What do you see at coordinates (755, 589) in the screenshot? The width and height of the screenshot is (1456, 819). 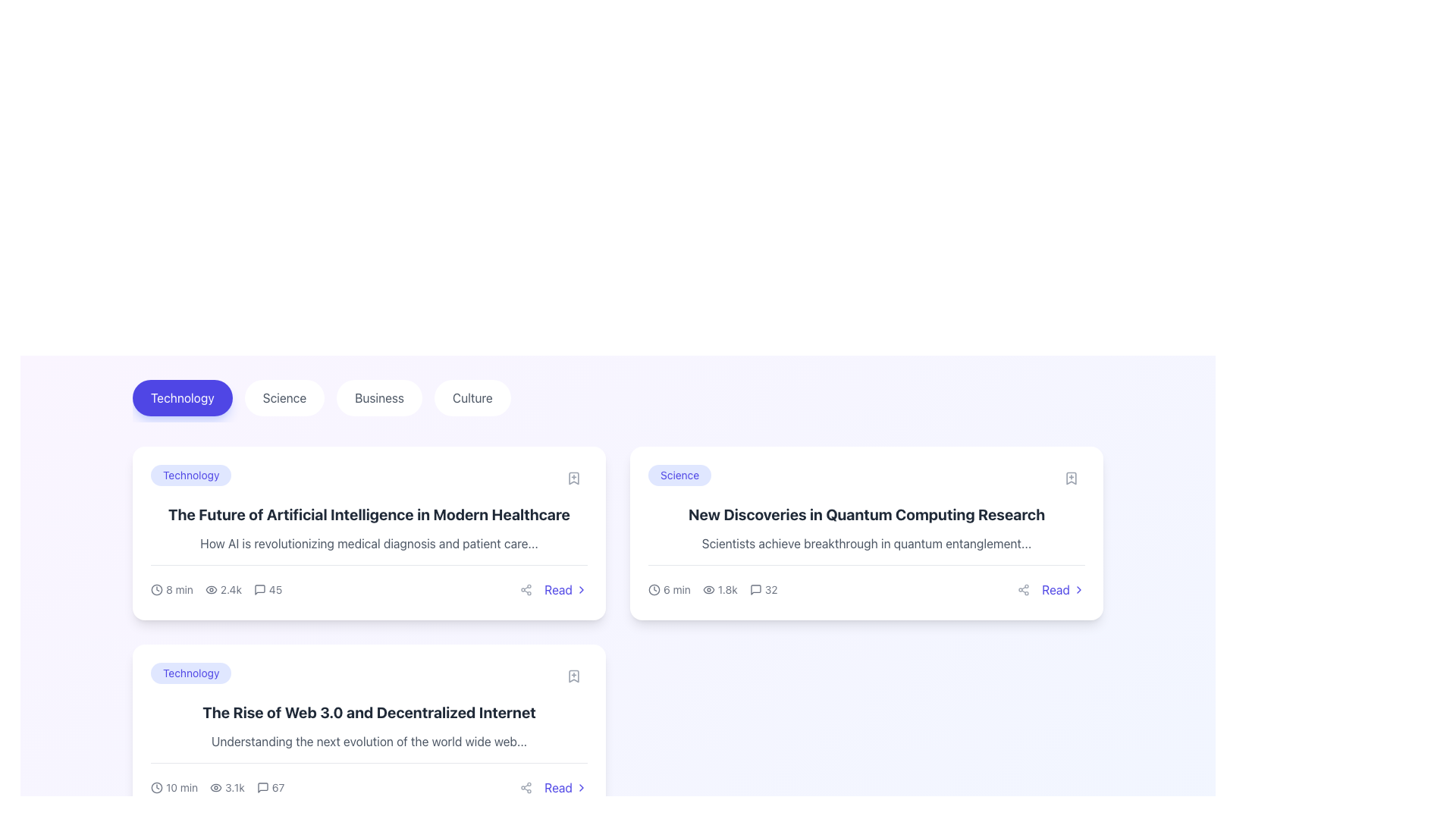 I see `the small square interactive icon representing comments, located at the bottom right corner of the 'New Discoveries in Quantum Computing Research' card` at bounding box center [755, 589].